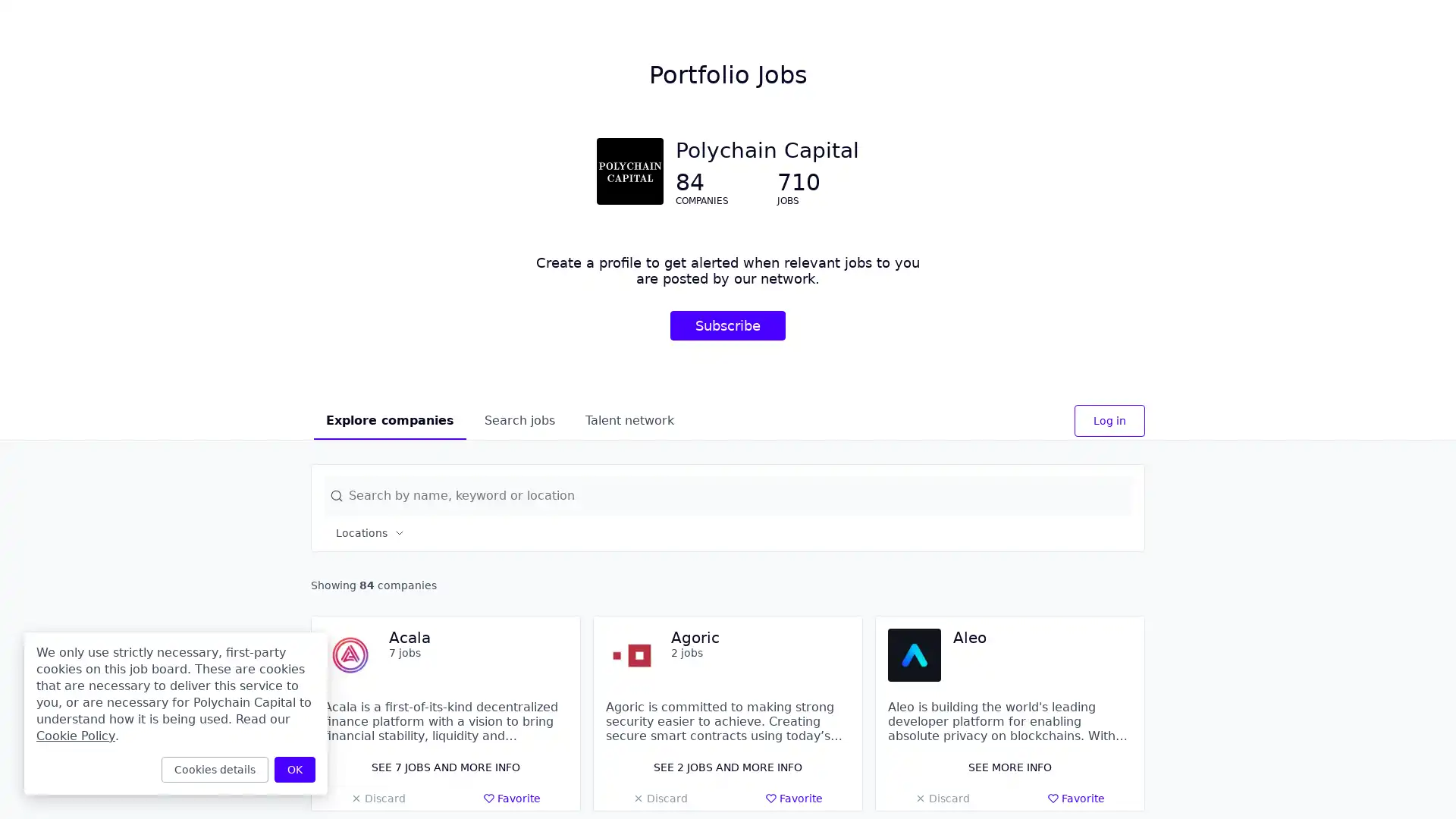  I want to click on Discard, so click(660, 798).